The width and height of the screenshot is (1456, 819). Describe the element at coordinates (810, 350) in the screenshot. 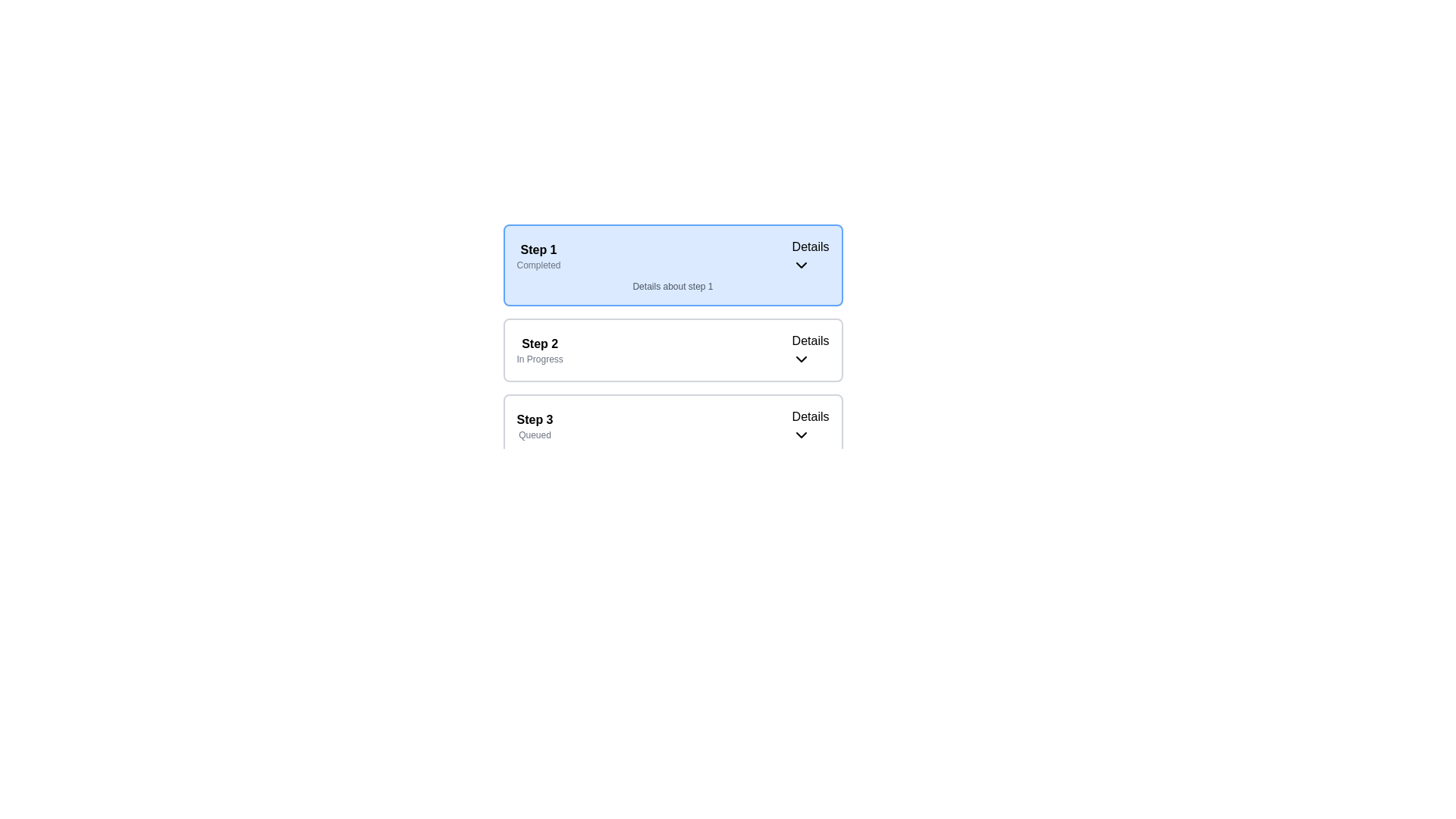

I see `the 'Details' dropdown initiator, which features black text and a downward-pointing chevron icon` at that location.